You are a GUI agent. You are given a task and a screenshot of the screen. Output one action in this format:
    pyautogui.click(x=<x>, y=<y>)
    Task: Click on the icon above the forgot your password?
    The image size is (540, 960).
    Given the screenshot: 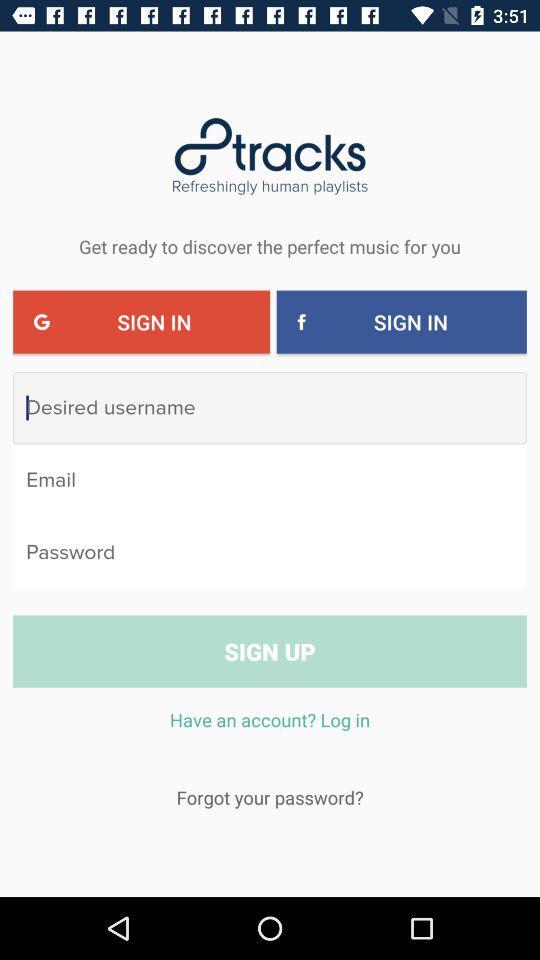 What is the action you would take?
    pyautogui.click(x=270, y=728)
    